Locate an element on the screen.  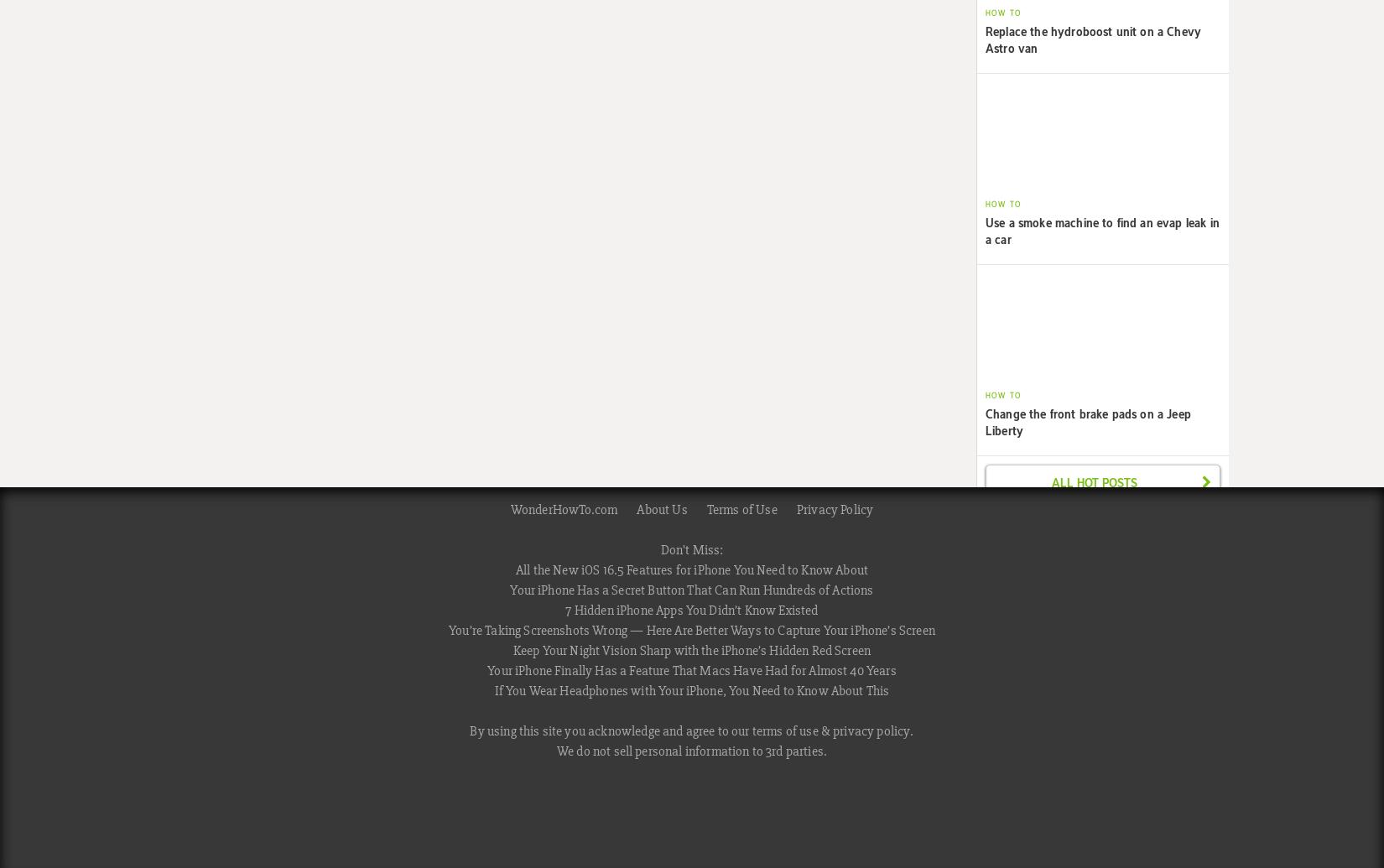
'Don't Miss:' is located at coordinates (690, 548).